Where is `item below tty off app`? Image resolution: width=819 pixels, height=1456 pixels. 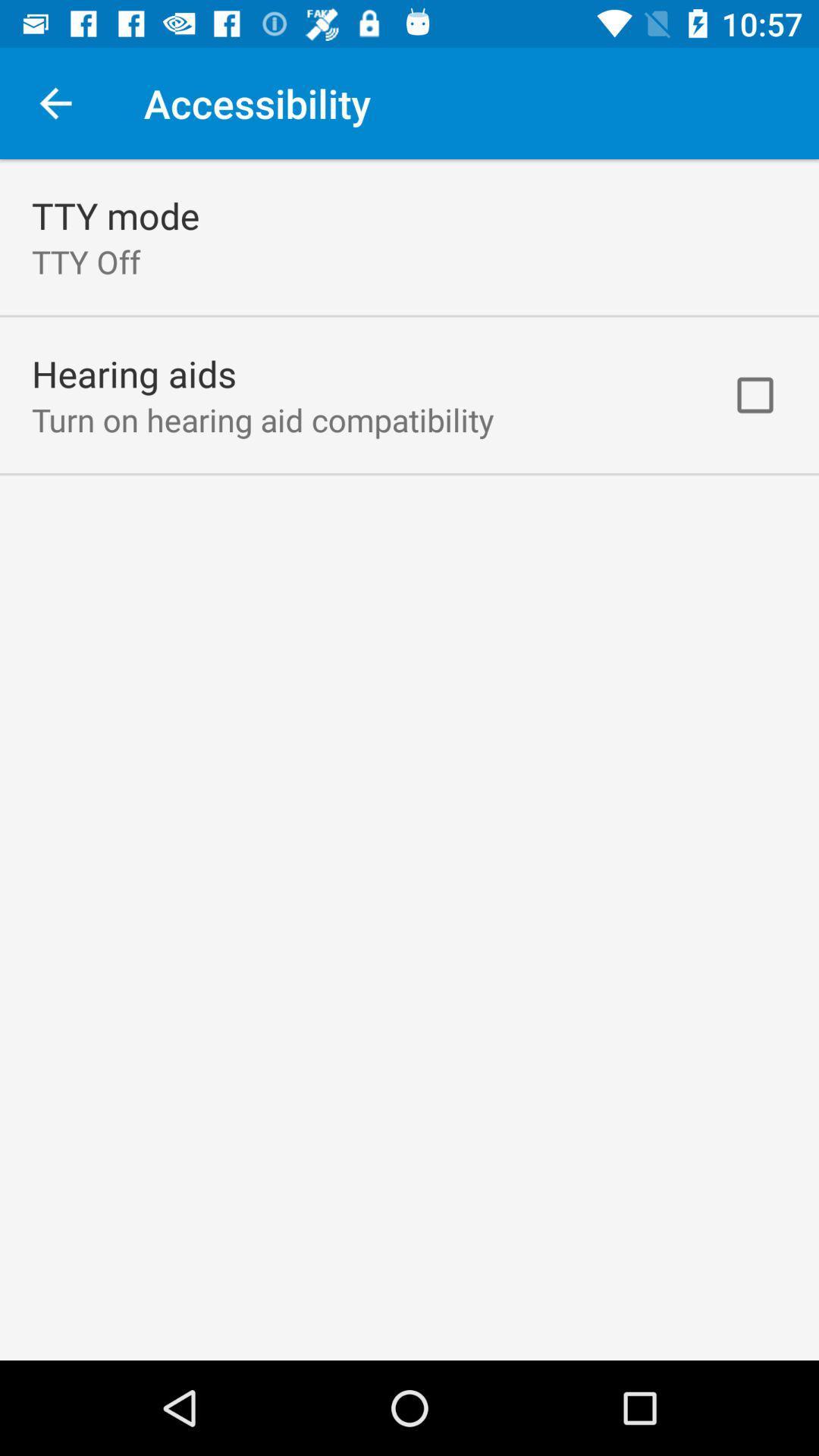
item below tty off app is located at coordinates (133, 373).